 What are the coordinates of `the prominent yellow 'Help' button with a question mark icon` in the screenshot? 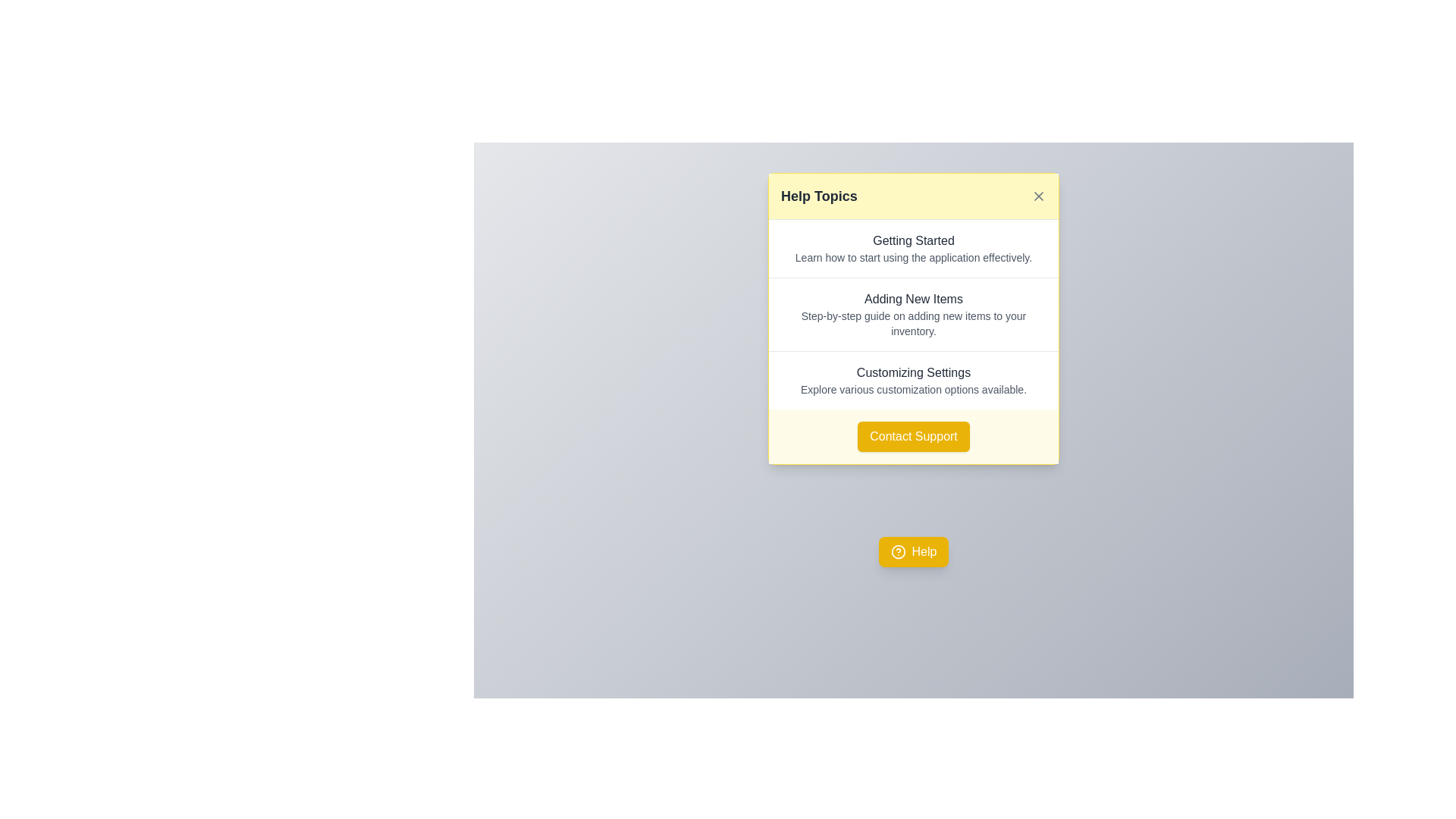 It's located at (912, 552).